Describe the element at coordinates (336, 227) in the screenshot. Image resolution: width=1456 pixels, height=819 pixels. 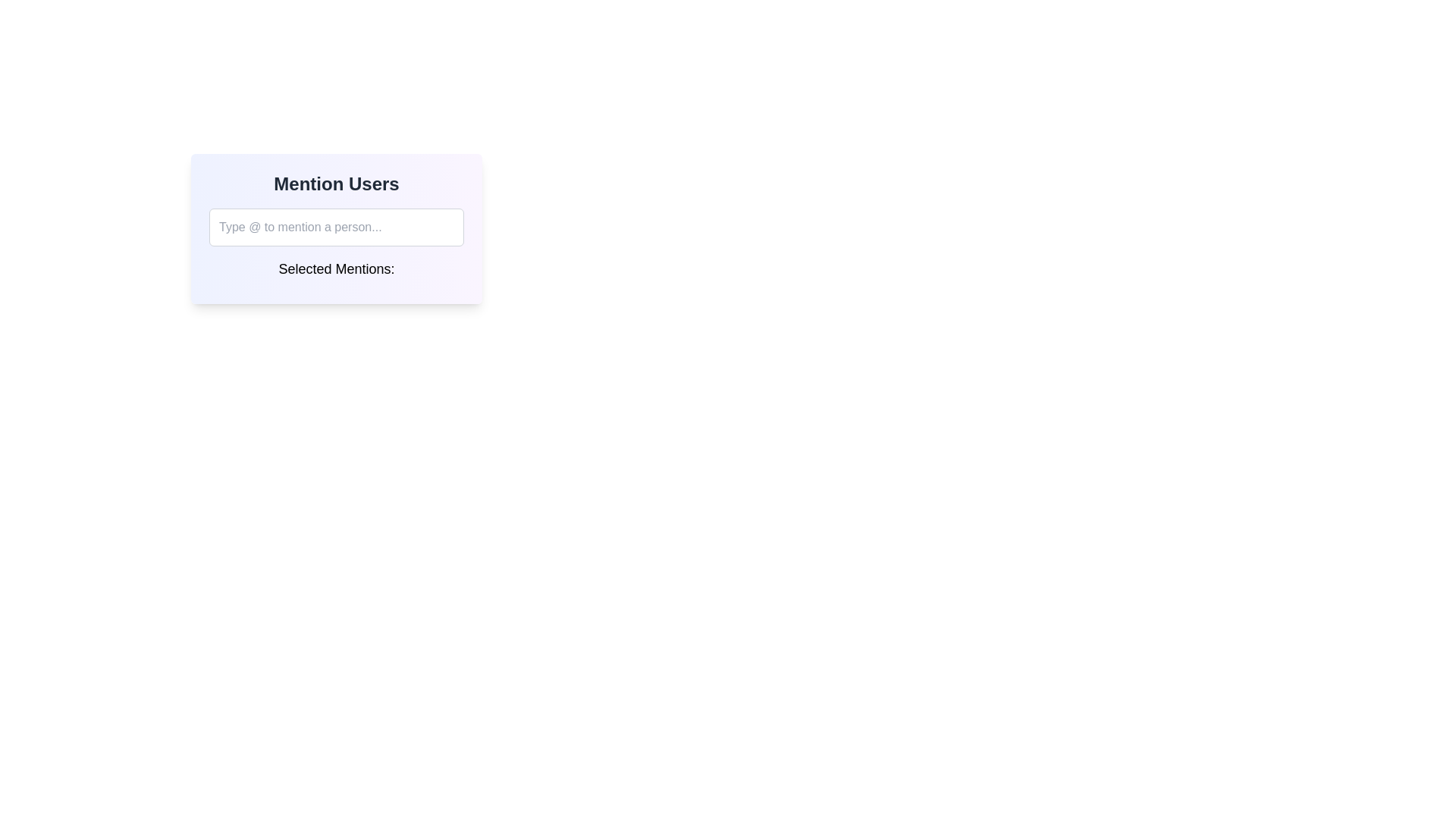
I see `the text input field with rounded borders and light gray color, which displays the placeholder text 'Type @ to mention a person...'` at that location.